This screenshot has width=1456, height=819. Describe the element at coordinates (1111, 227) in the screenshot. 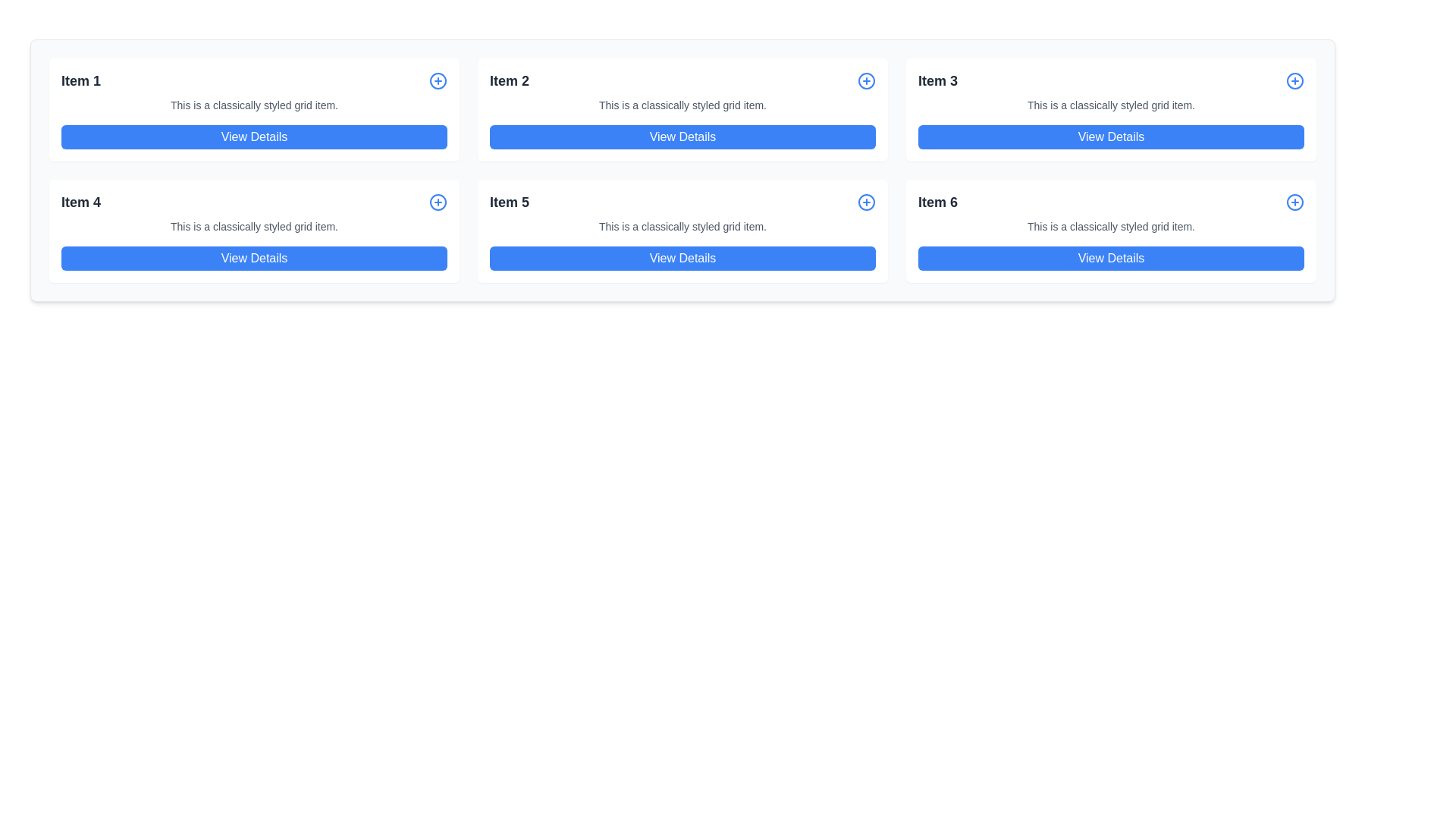

I see `the static text element that contains the text 'This is a classically styled grid item.' which is styled with a small font size and gray color, located below the 'Item 6' title and above the 'View Details' button` at that location.